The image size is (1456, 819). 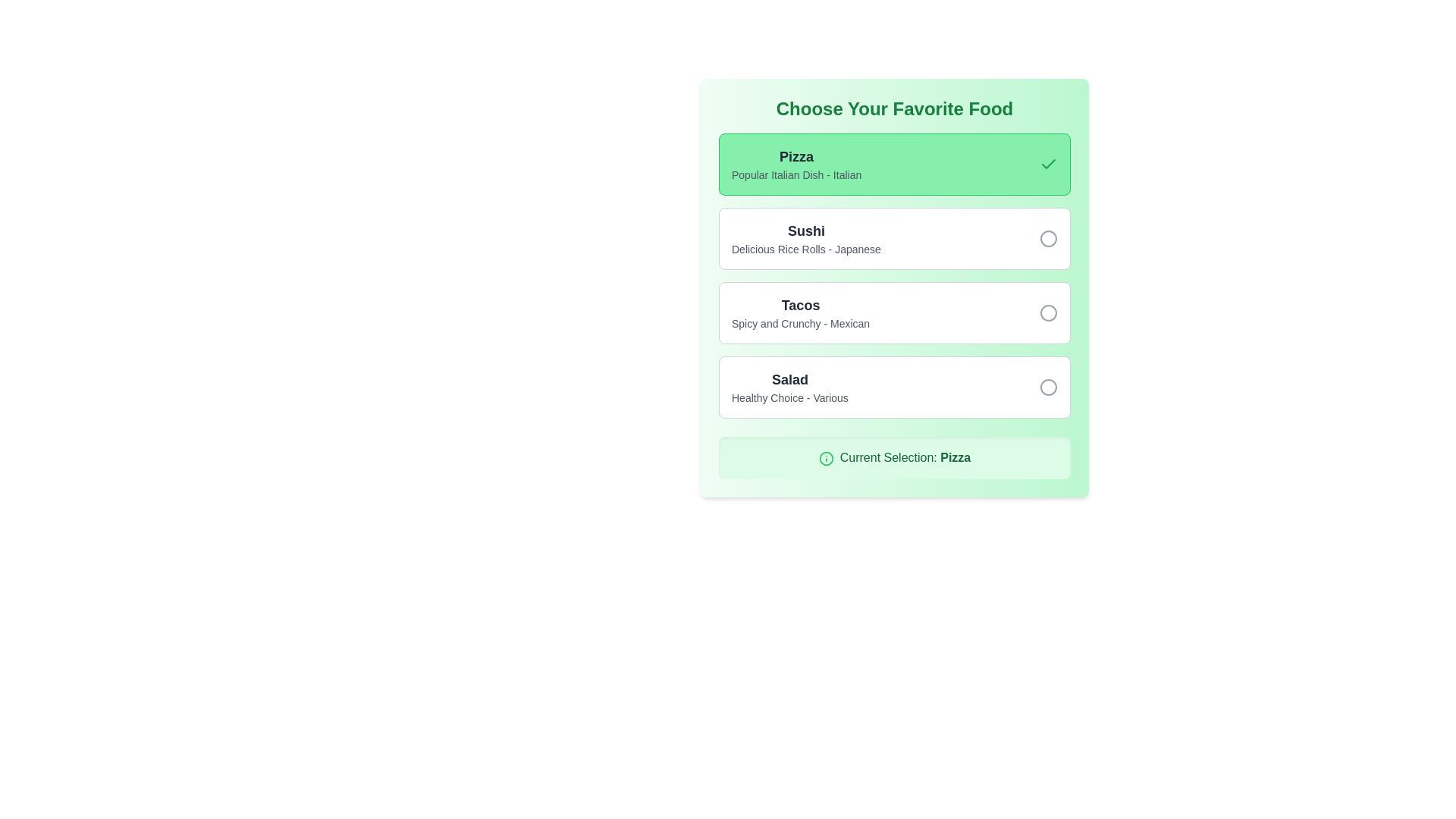 What do you see at coordinates (895, 239) in the screenshot?
I see `the 'Sushi' selectable list item (radio button option)` at bounding box center [895, 239].